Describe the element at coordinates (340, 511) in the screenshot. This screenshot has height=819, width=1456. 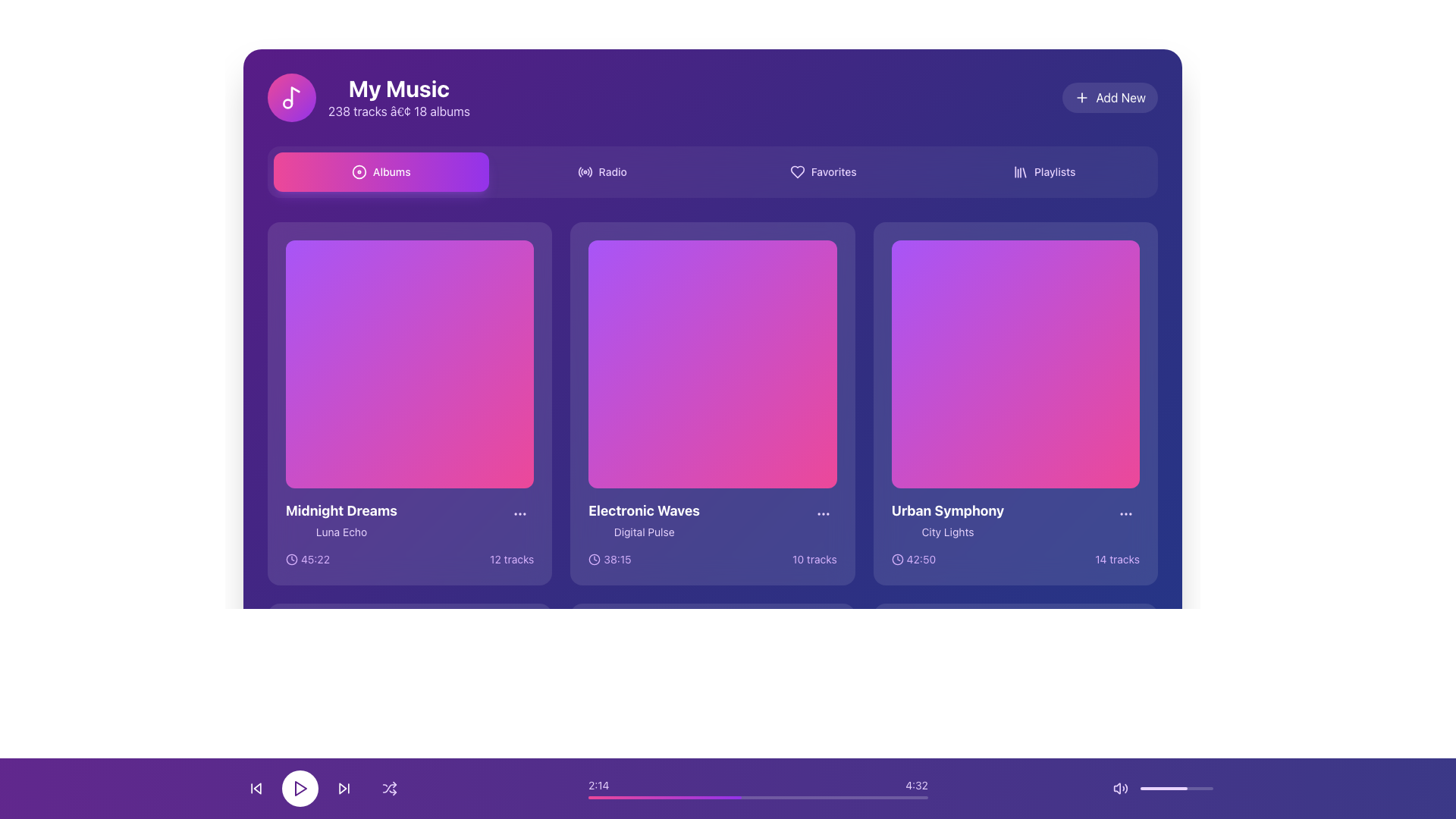
I see `text of the Title element located in the lower section of the first card in a grid layout, positioned above the text 'Luna Echo'` at that location.